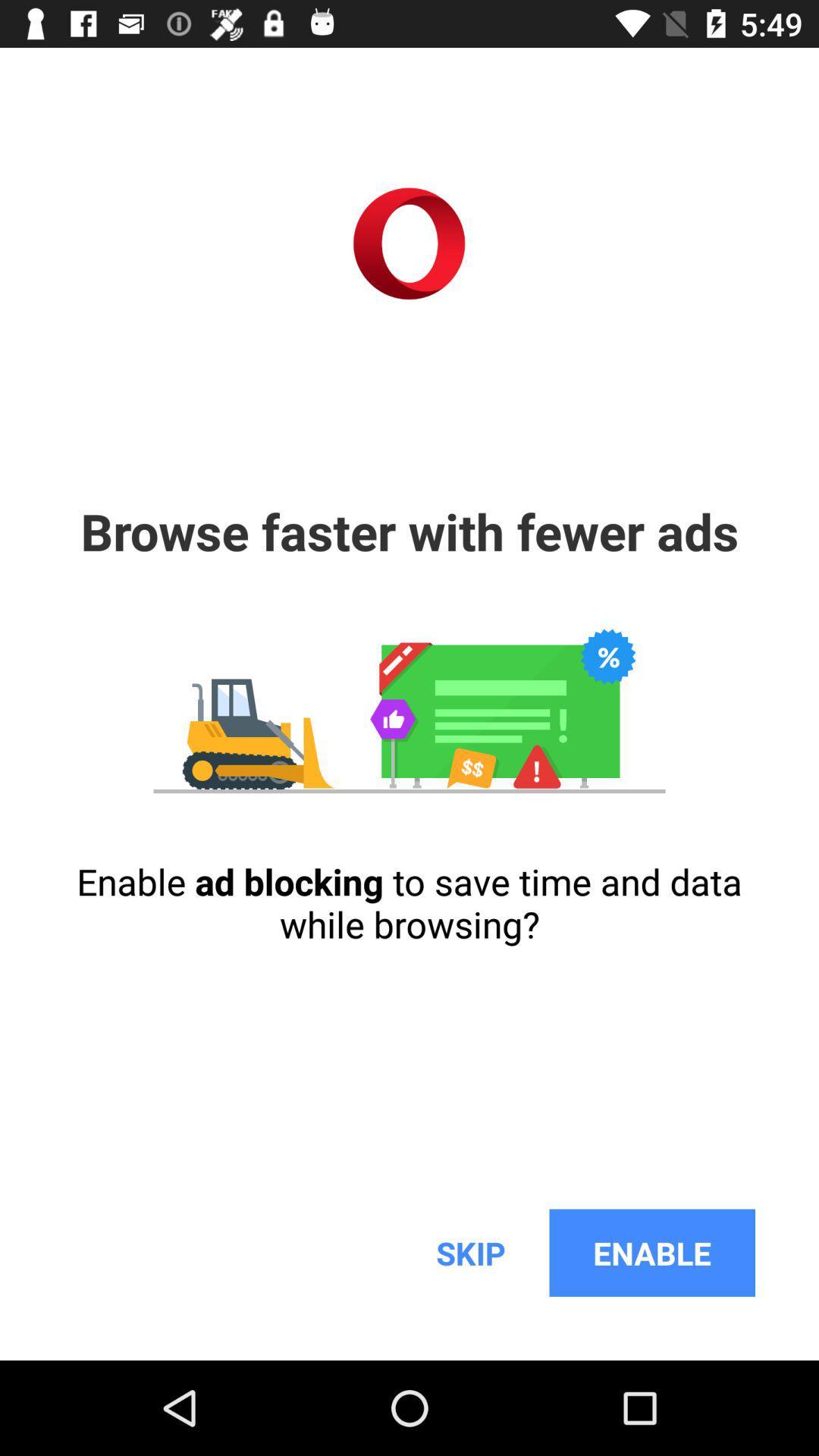  I want to click on icon below the enable ad blocking, so click(470, 1253).